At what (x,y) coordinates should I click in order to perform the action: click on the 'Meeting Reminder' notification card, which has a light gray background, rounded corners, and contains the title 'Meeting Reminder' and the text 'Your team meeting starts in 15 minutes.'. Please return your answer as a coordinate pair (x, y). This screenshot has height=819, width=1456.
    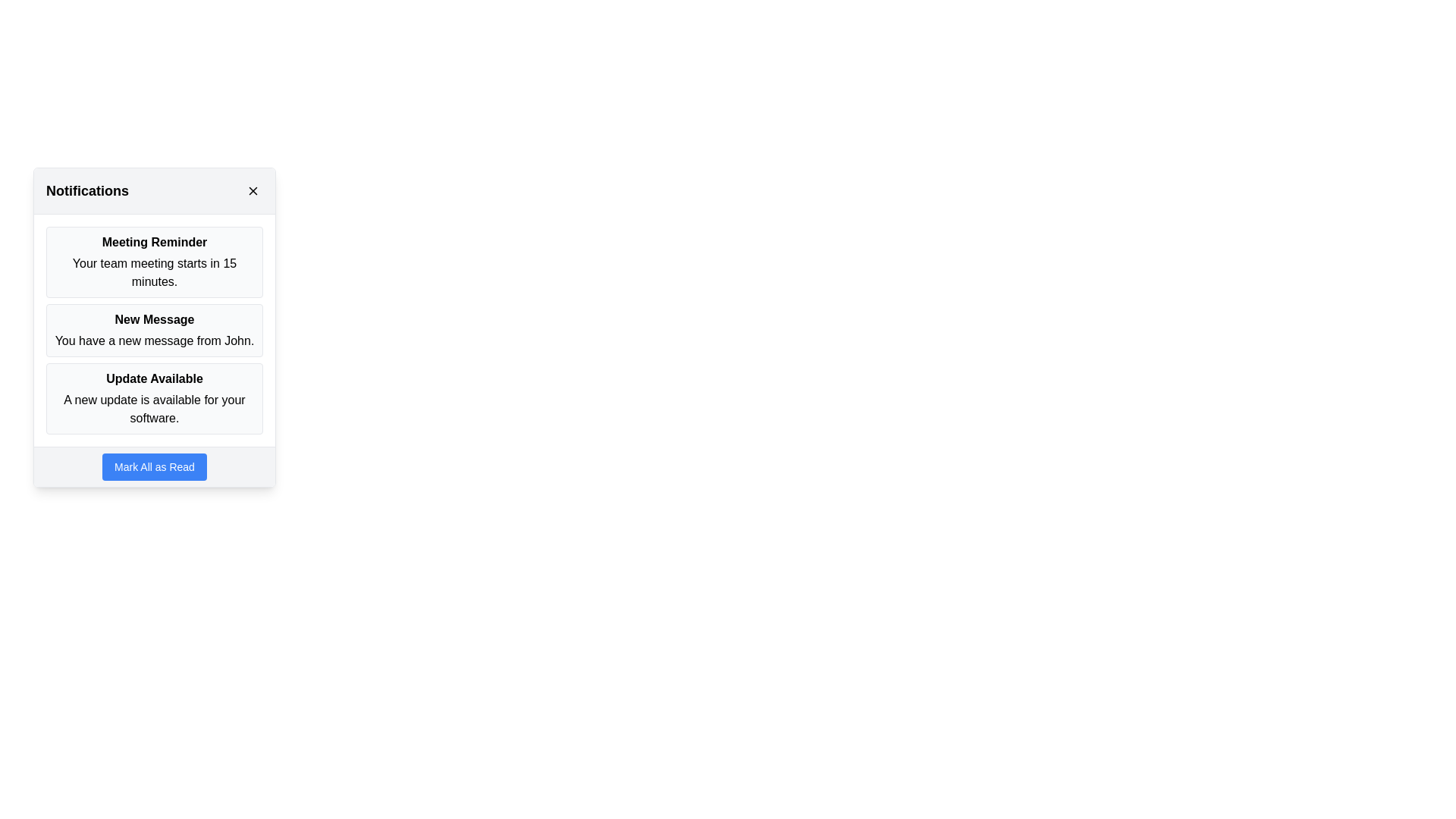
    Looking at the image, I should click on (154, 262).